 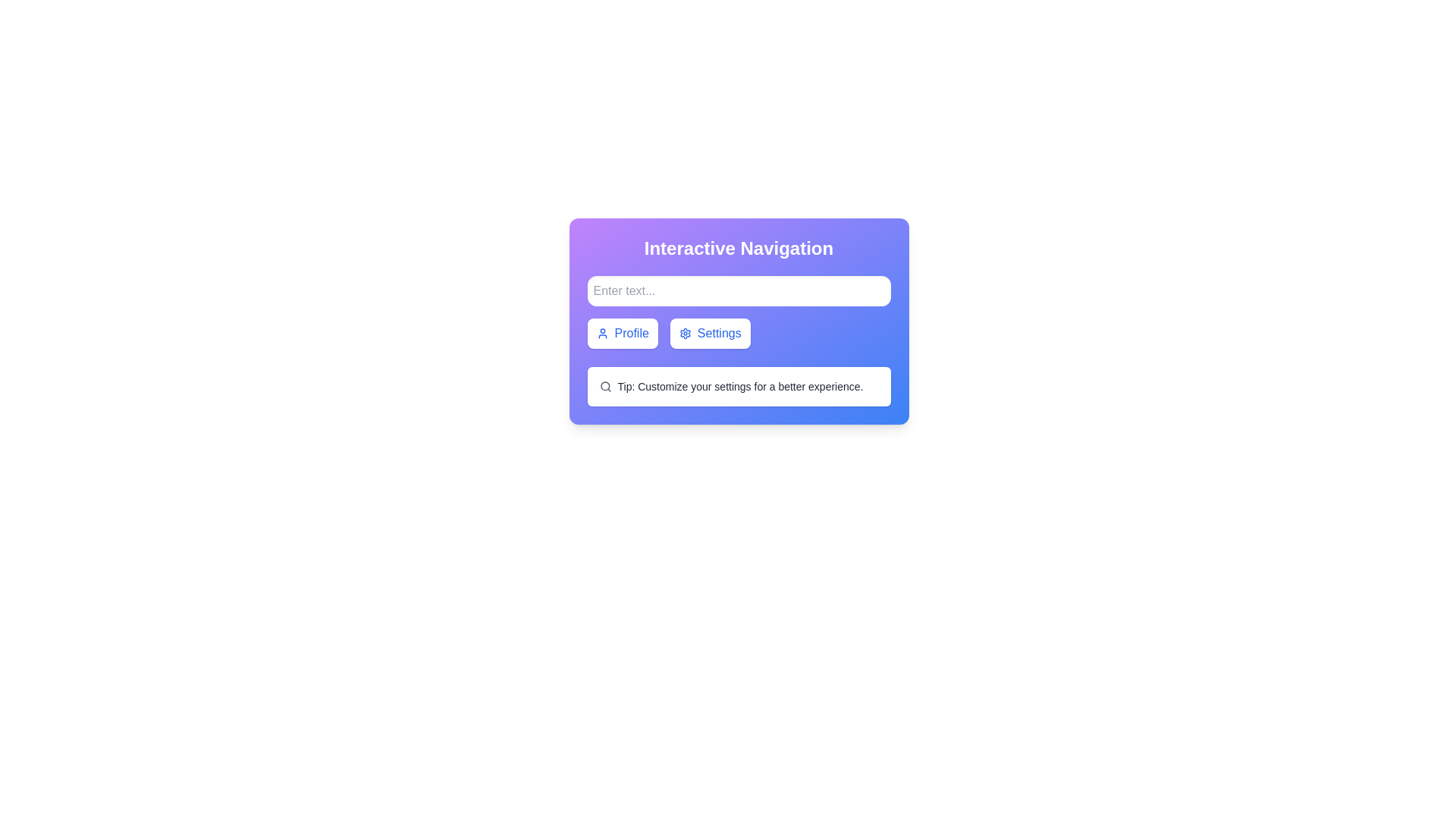 I want to click on the 'Profile' button in the navigation panel, so click(x=623, y=332).